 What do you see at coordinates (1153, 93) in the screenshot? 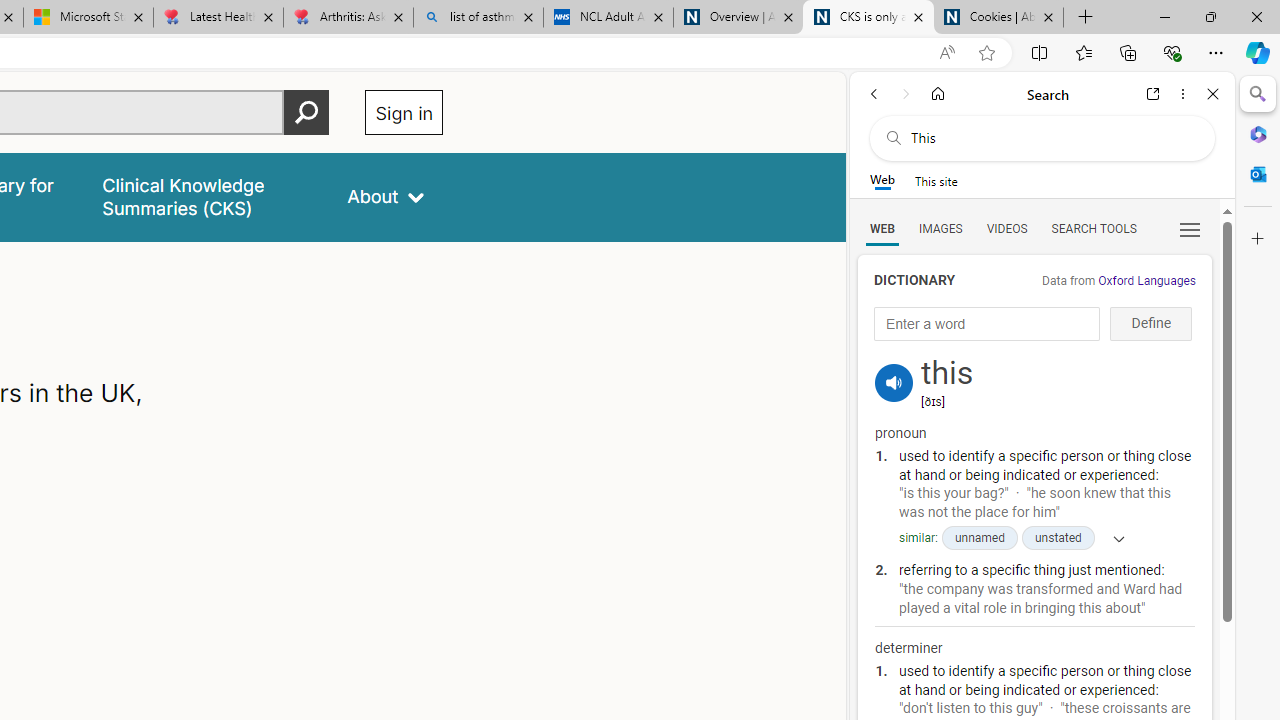
I see `'Open link in new tab'` at bounding box center [1153, 93].